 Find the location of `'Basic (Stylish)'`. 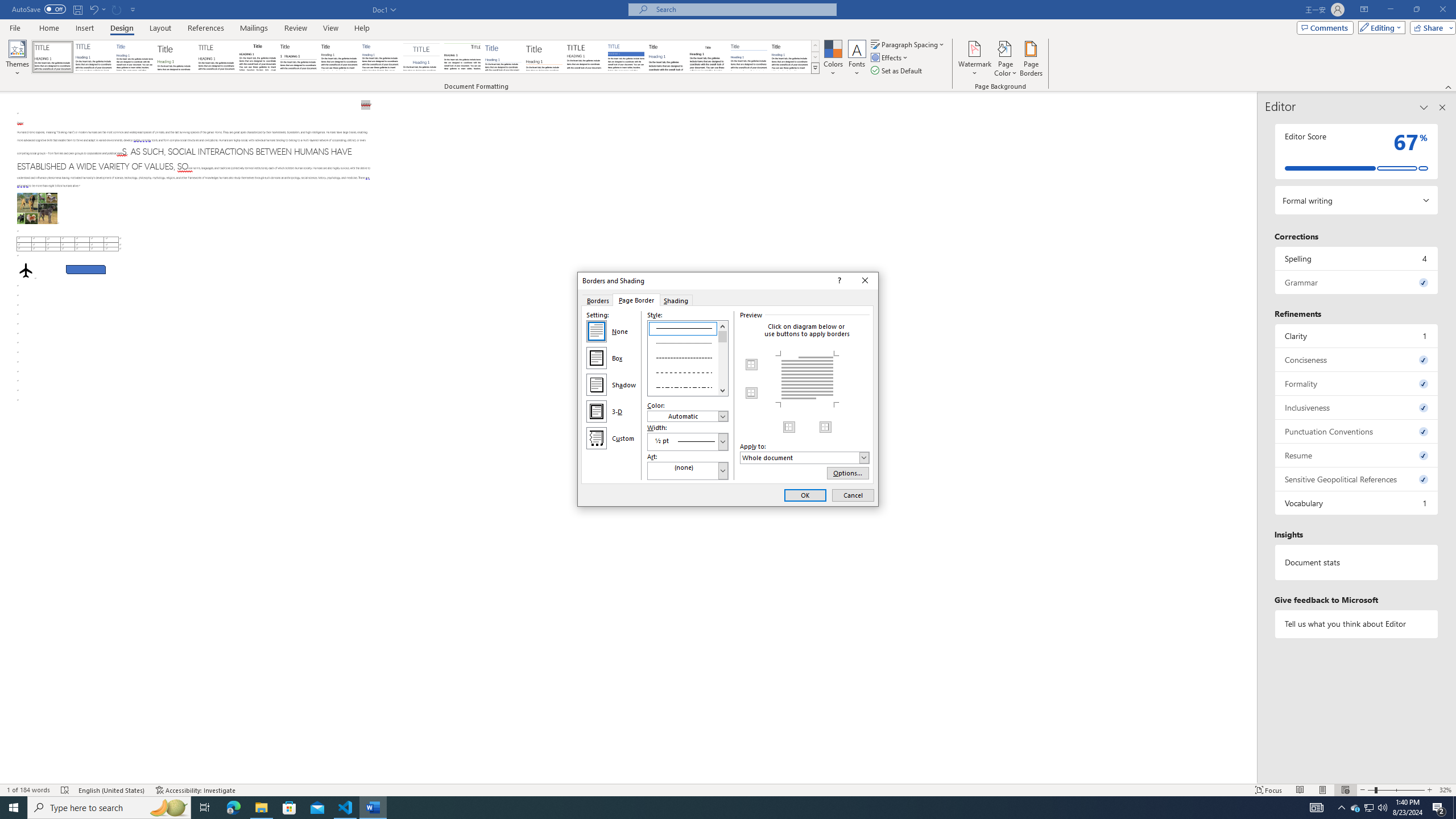

'Basic (Stylish)' is located at coordinates (176, 56).